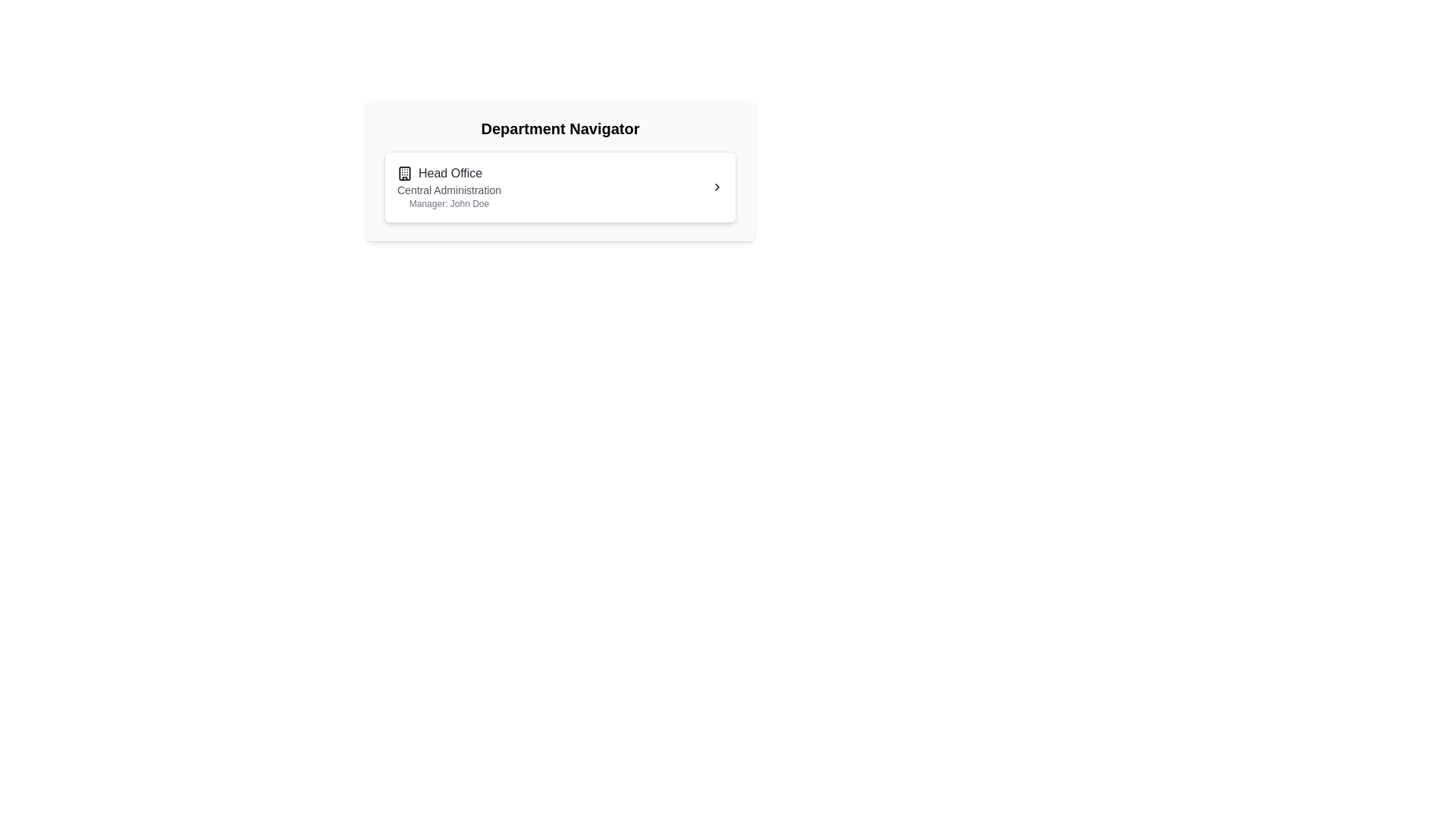 The height and width of the screenshot is (819, 1456). I want to click on the small chevron icon pointing to the right, located at the far right side of the 'Head Office' panel in the 'Department Navigator' section, so click(716, 186).